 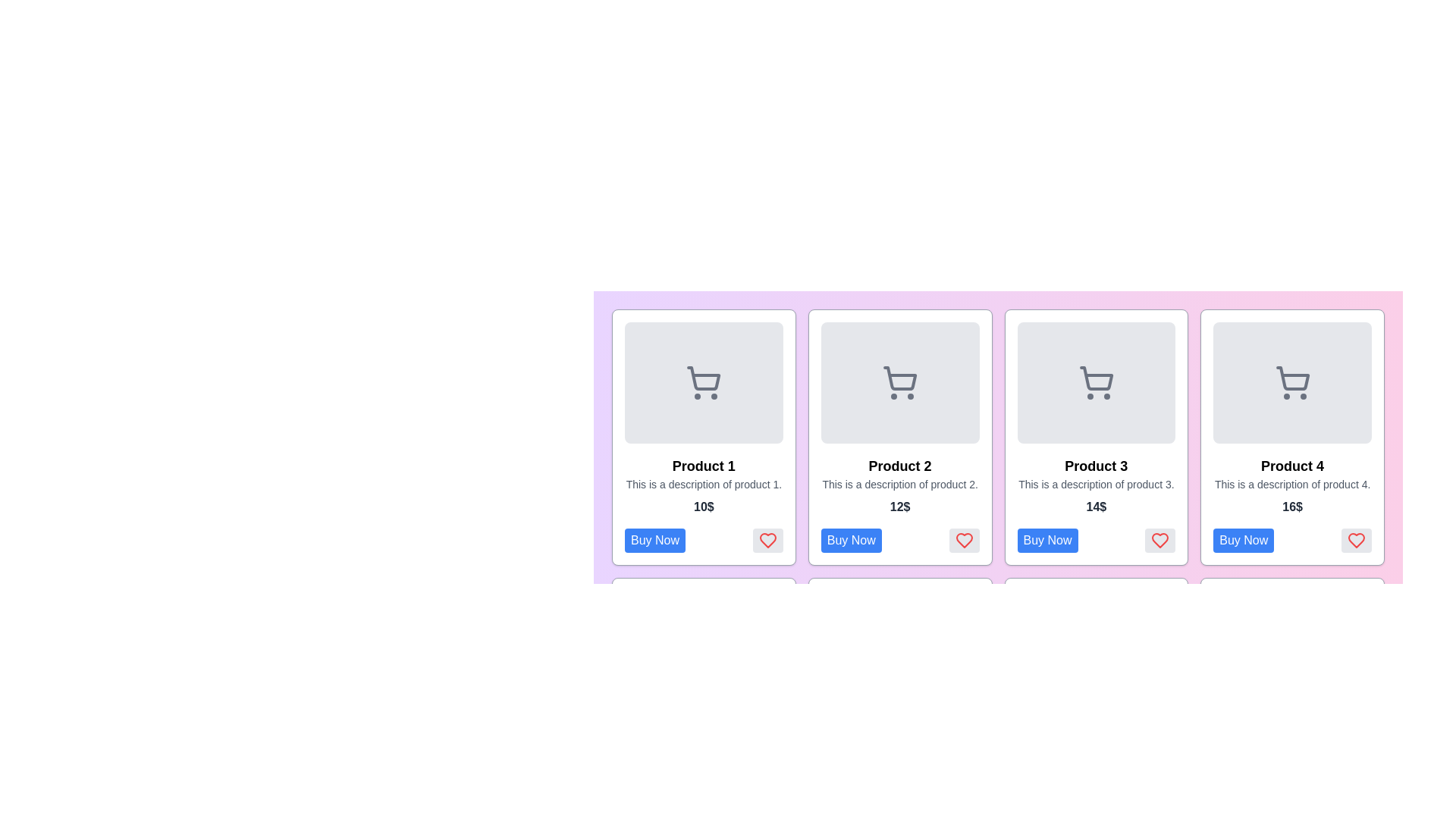 What do you see at coordinates (767, 540) in the screenshot?
I see `the heart-shaped icon with a red stroke to favorite Product 1, located at the bottom-right corner of the card, below the price and beside the 'Buy Now' button` at bounding box center [767, 540].